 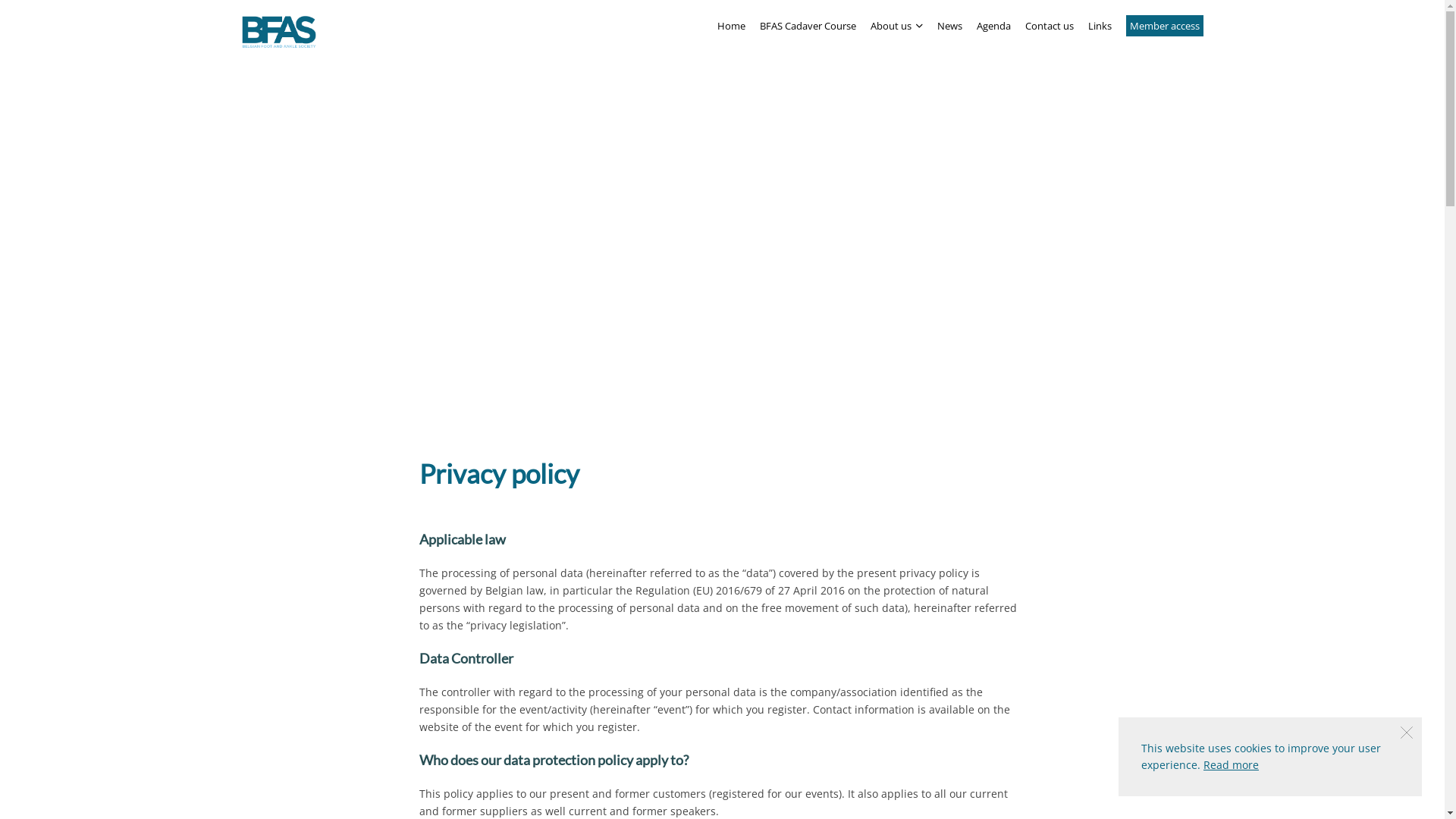 I want to click on 'Read more', so click(x=1231, y=764).